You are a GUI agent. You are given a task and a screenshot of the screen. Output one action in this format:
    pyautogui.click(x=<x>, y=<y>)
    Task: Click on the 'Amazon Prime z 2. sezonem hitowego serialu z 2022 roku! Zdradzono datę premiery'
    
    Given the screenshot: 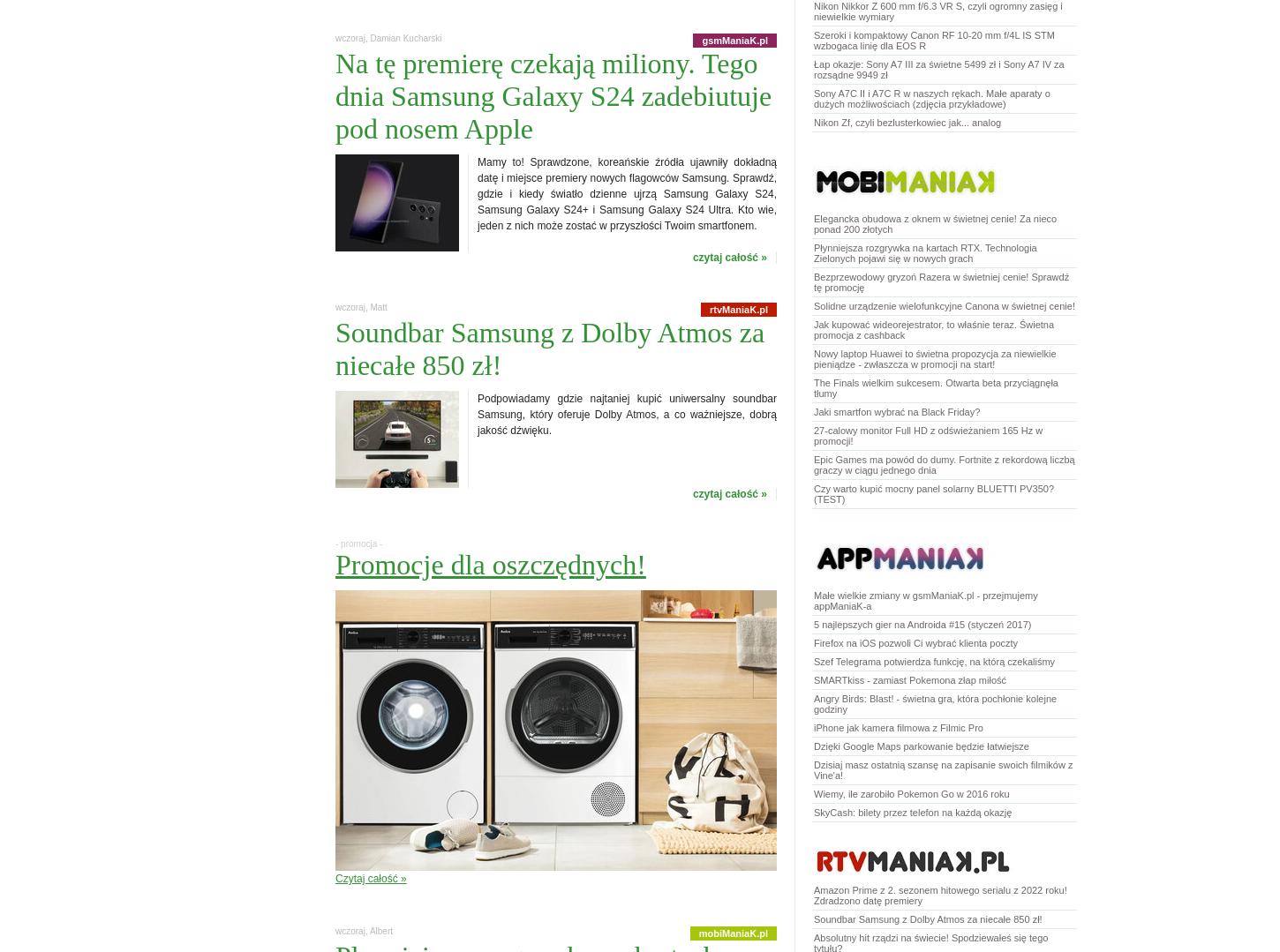 What is the action you would take?
    pyautogui.click(x=940, y=896)
    